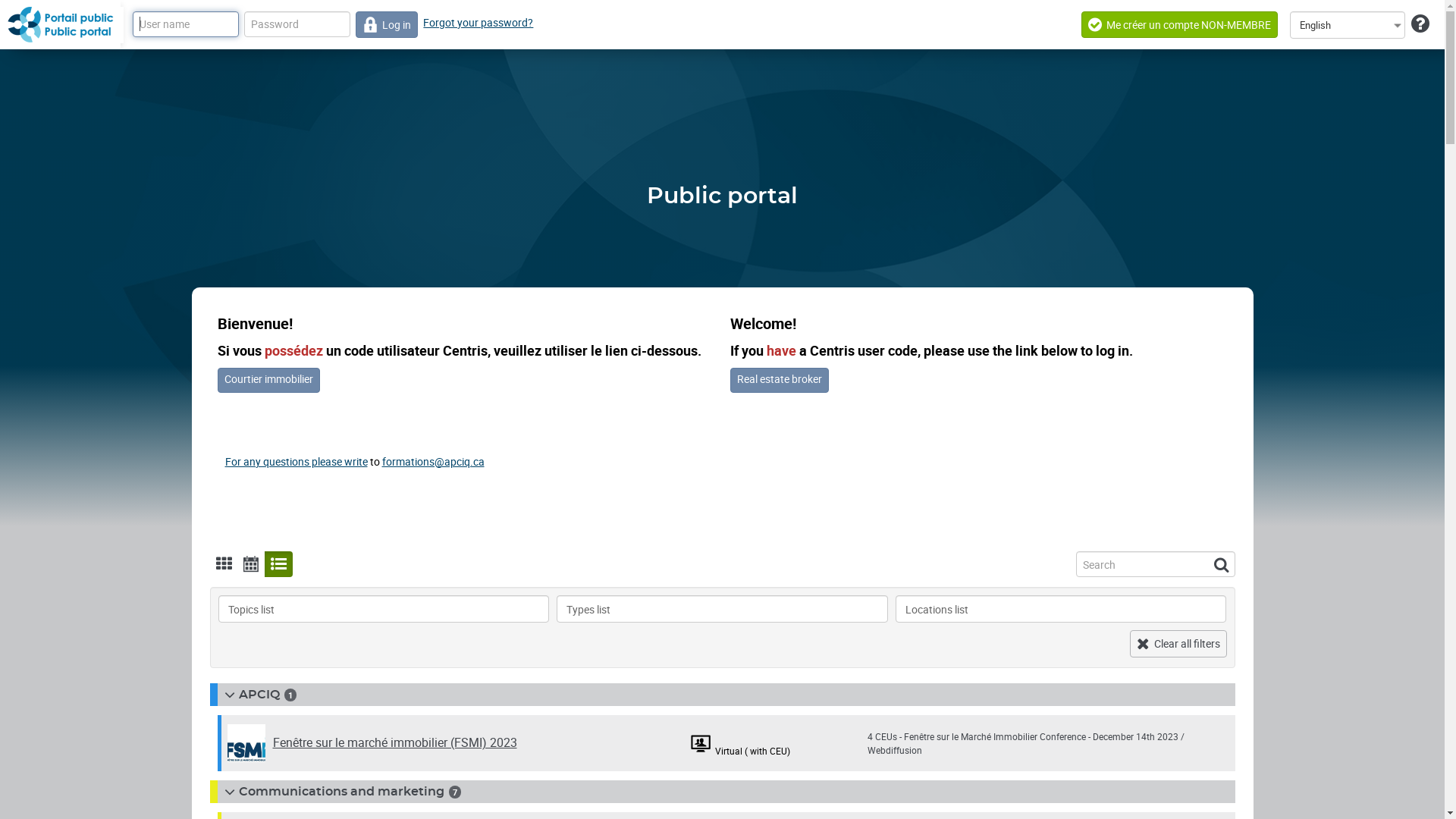  What do you see at coordinates (387, 24) in the screenshot?
I see `'Log in'` at bounding box center [387, 24].